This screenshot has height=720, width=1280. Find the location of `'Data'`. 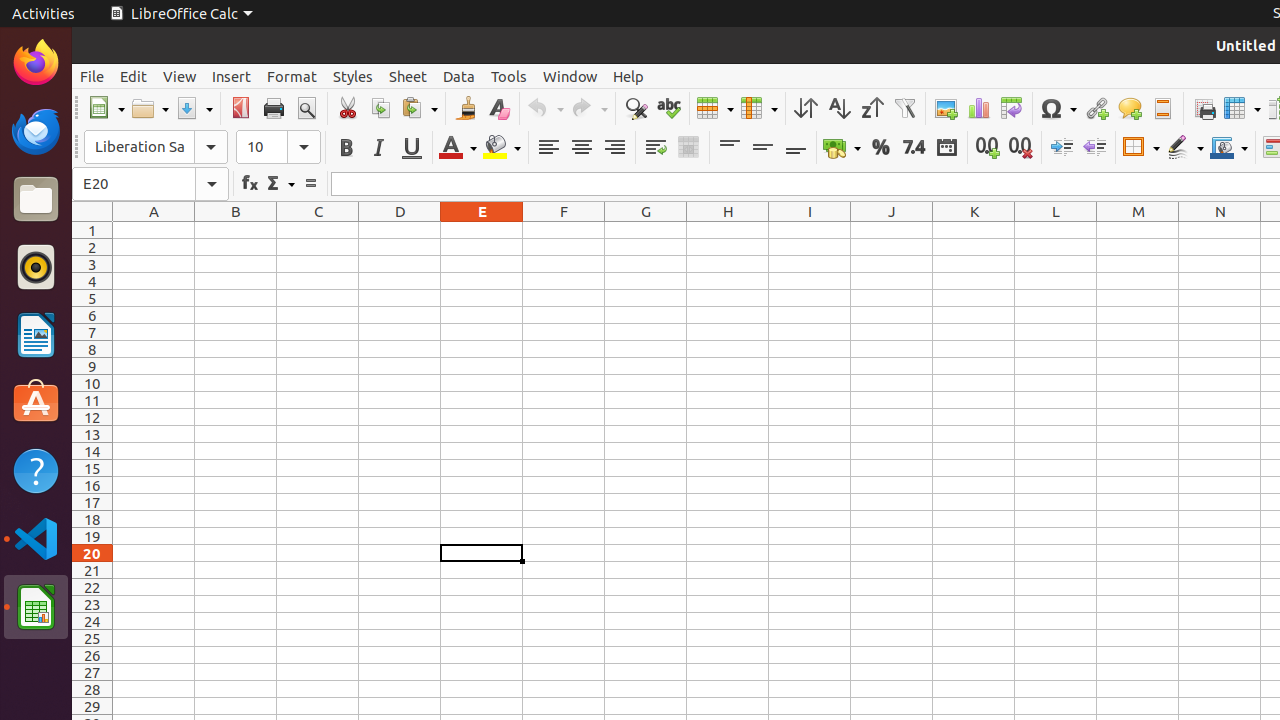

'Data' is located at coordinates (458, 75).